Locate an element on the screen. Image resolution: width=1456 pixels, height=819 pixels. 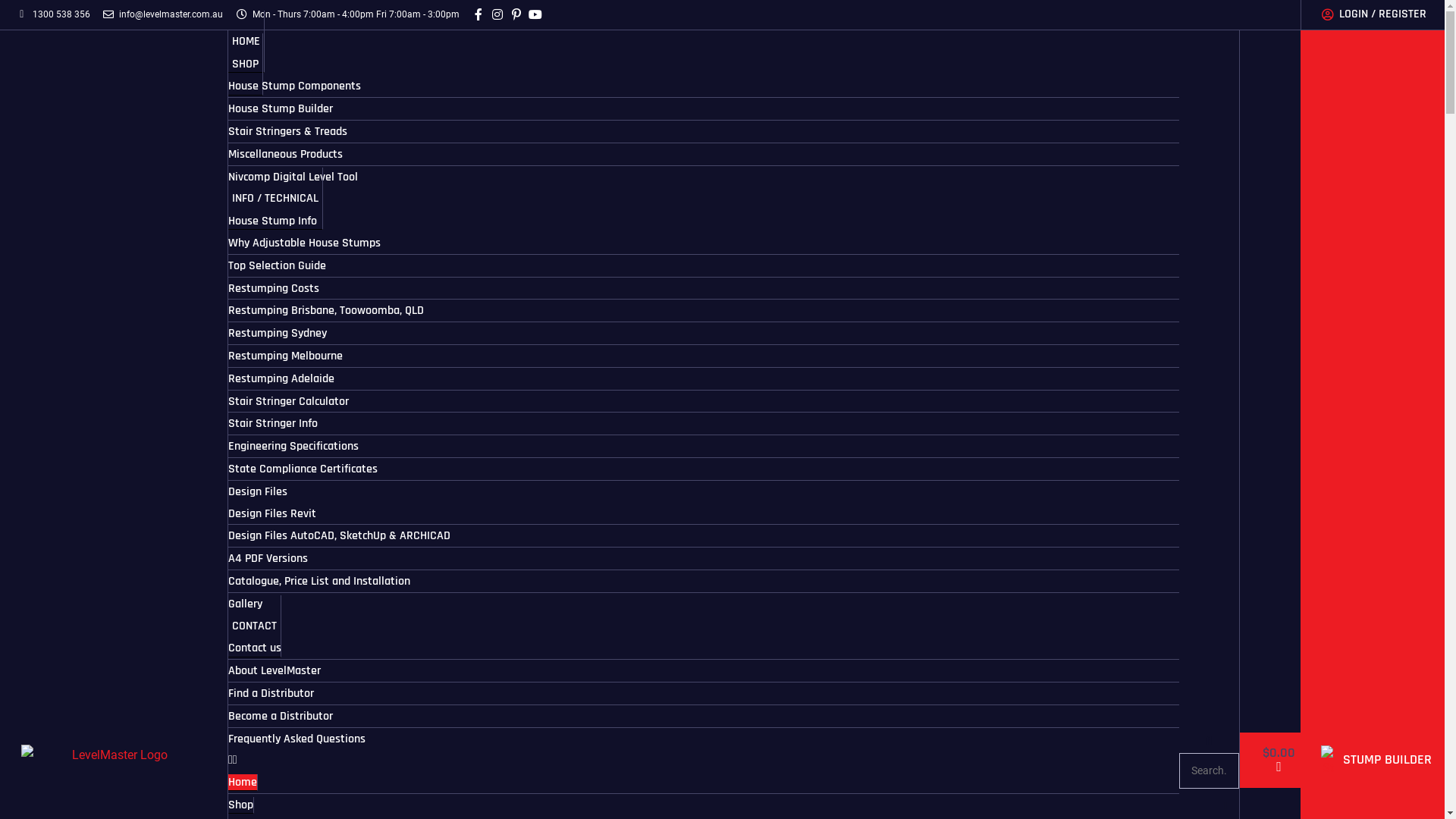
'$0.00' is located at coordinates (1278, 760).